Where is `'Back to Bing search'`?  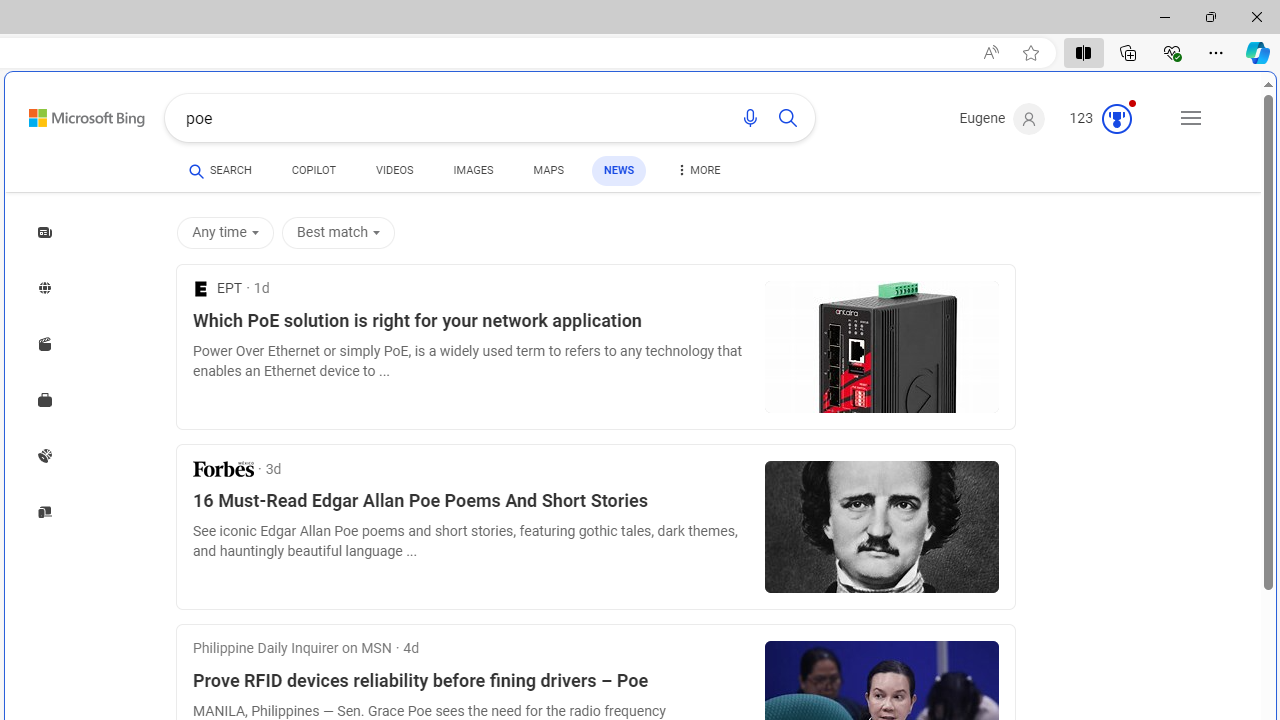 'Back to Bing search' is located at coordinates (74, 114).